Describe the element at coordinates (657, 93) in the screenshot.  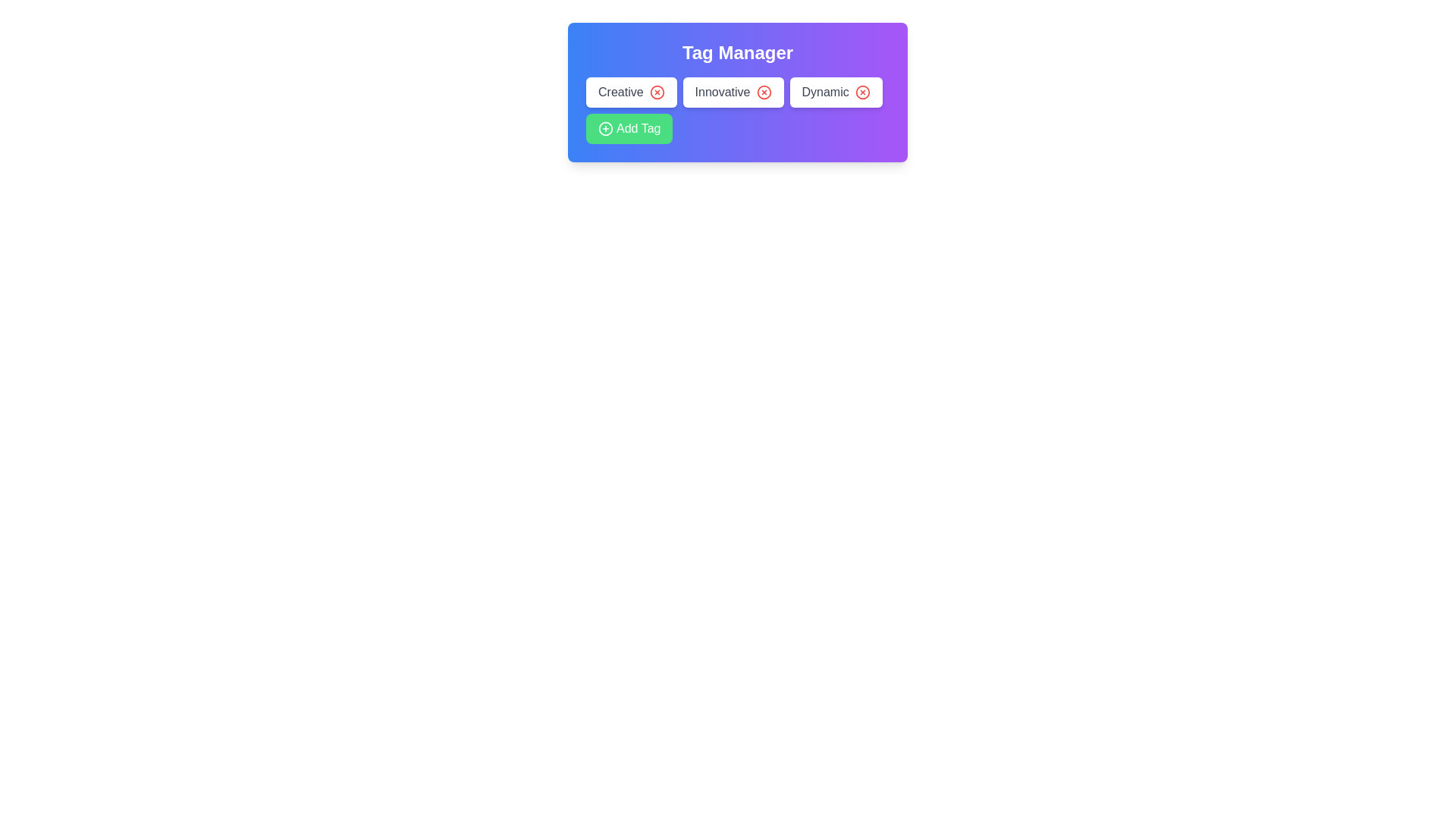
I see `remove button for the tag labeled Creative` at that location.